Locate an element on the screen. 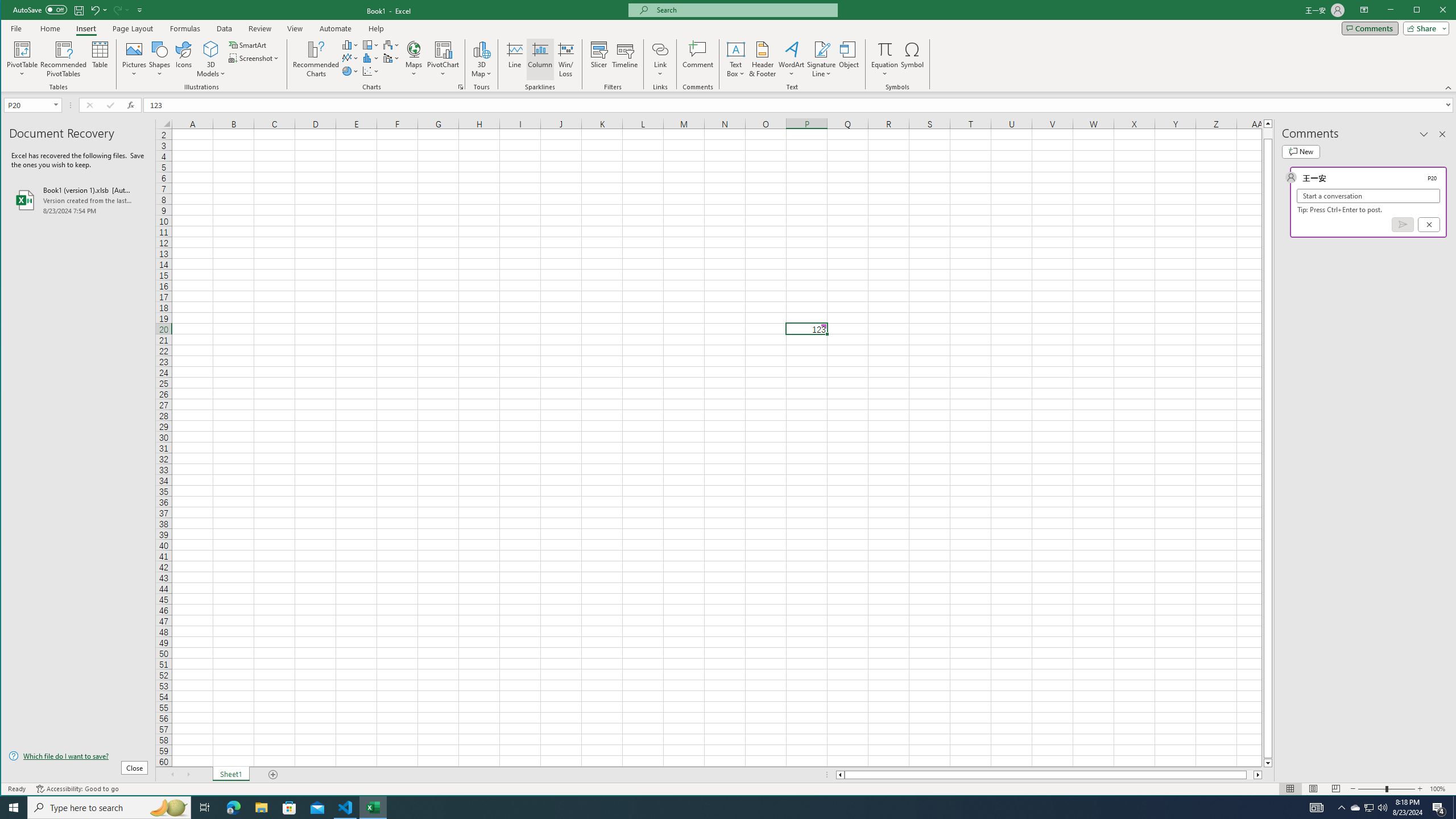  'Start' is located at coordinates (14, 806).